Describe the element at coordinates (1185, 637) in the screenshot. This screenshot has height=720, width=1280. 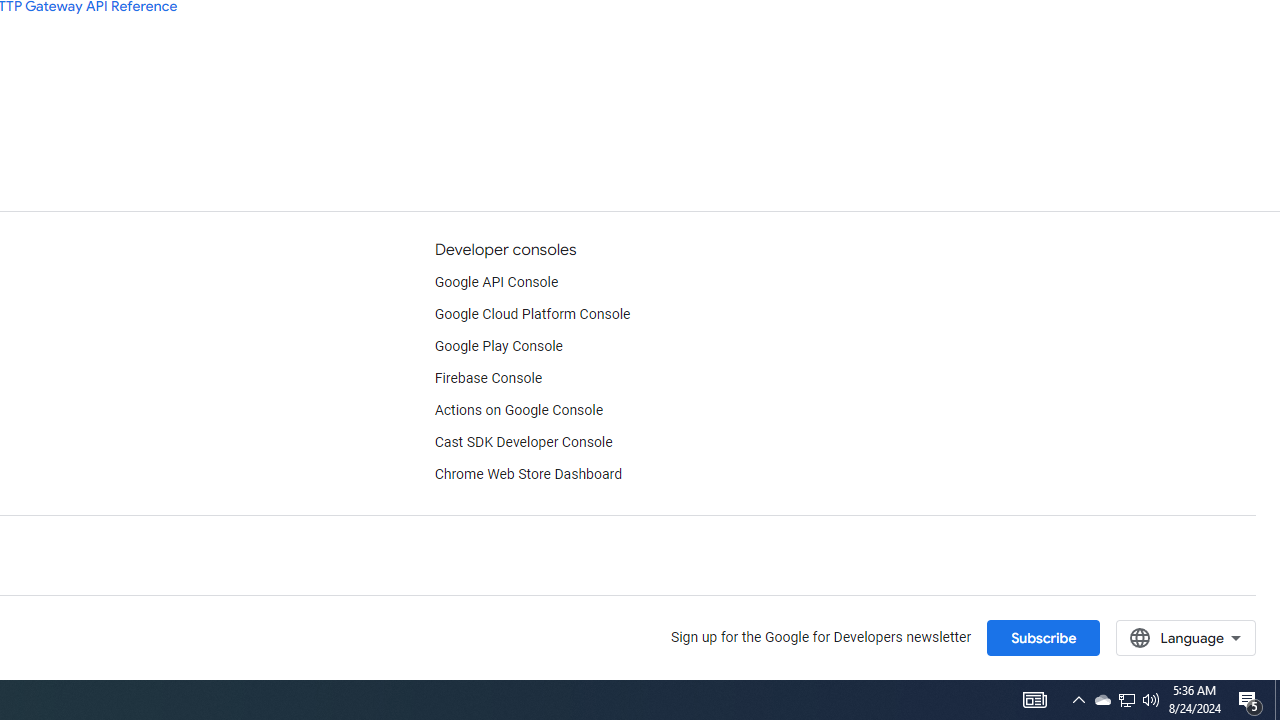
I see `'Language'` at that location.